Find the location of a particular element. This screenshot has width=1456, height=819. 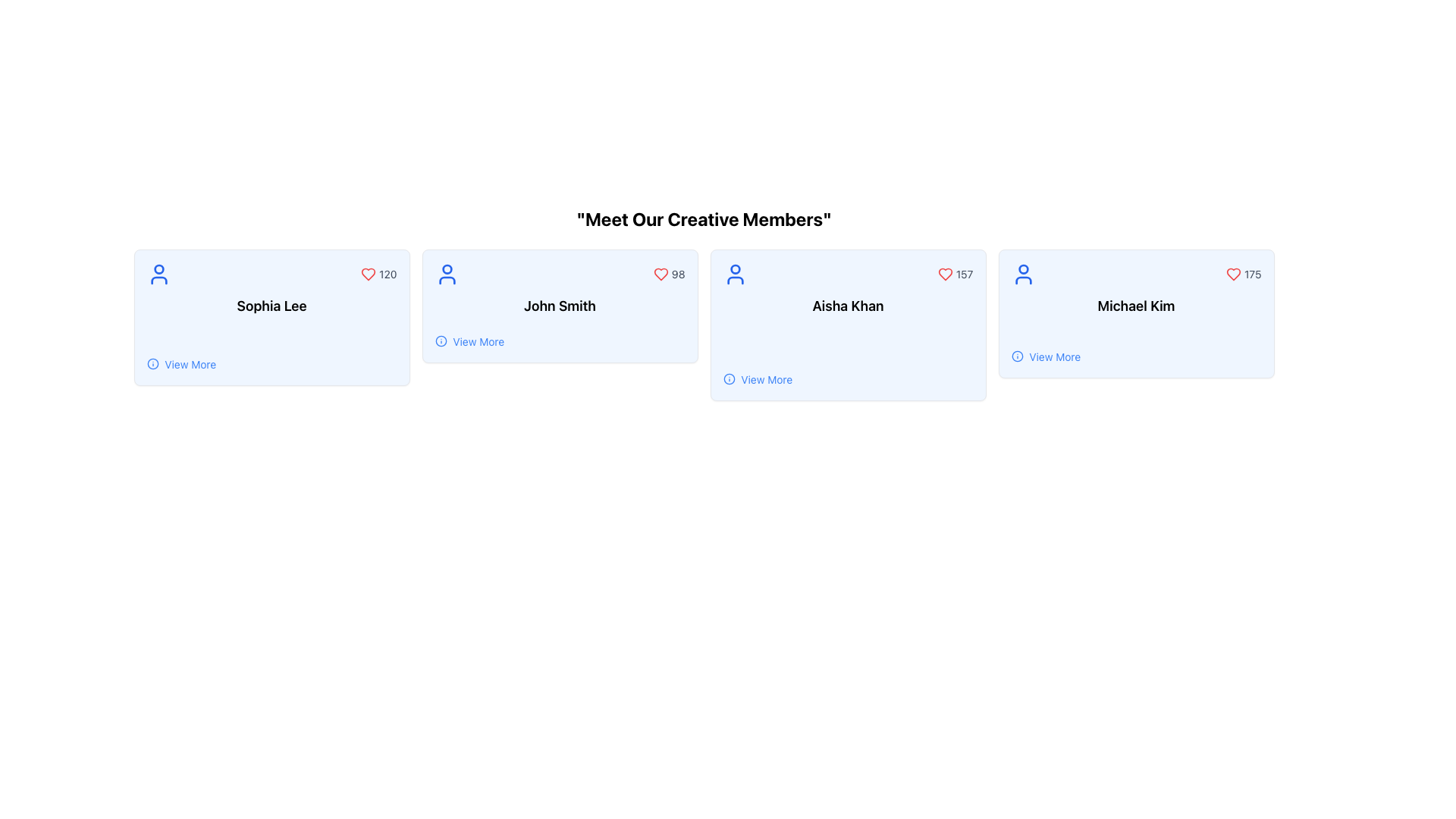

the decorative SVG graphical element located at the top left of the user card labeled 'John Smith', specifically centered in the head of the icon is located at coordinates (446, 268).